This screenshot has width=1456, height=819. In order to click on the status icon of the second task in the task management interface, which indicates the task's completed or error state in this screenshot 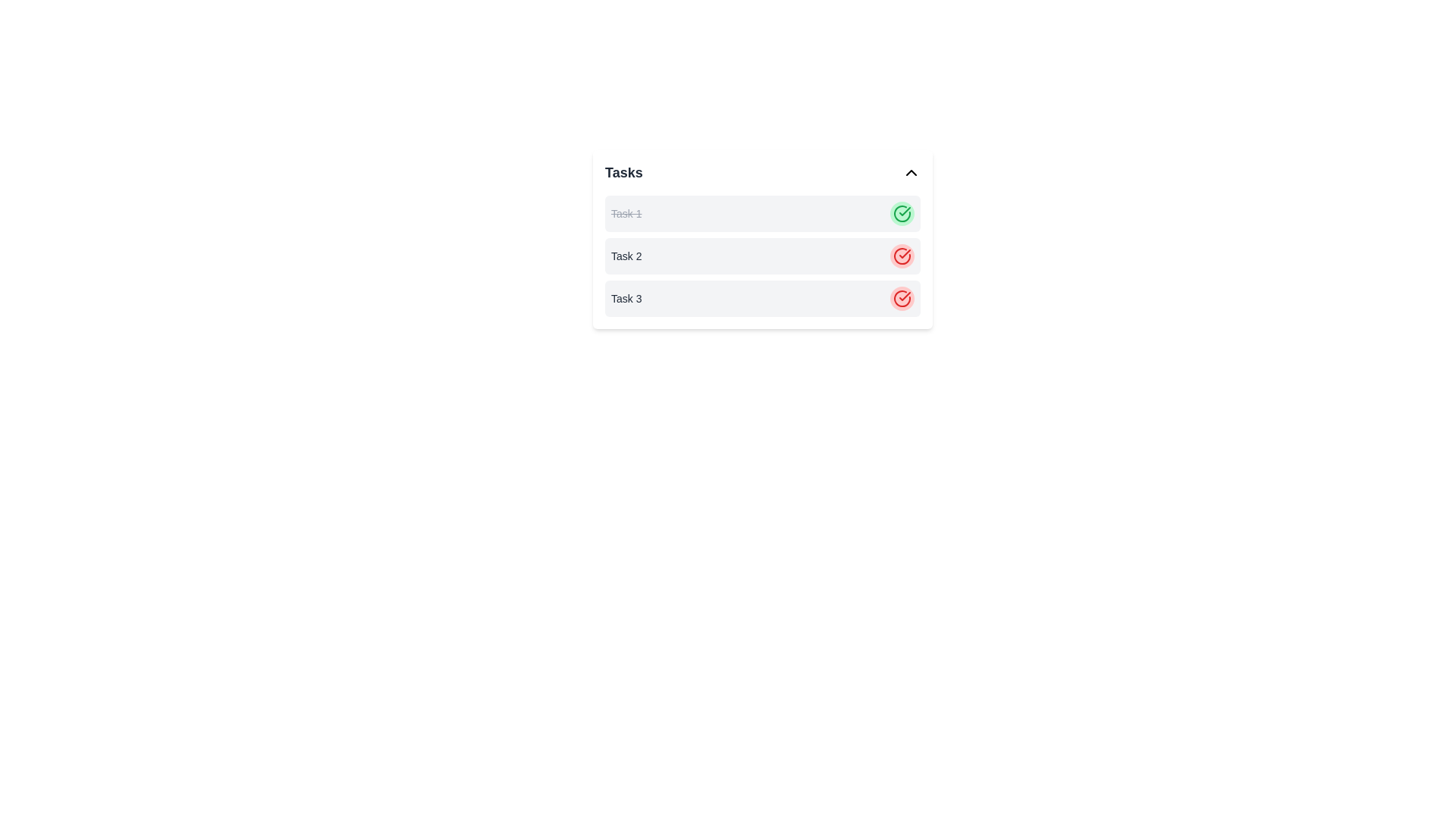, I will do `click(902, 256)`.